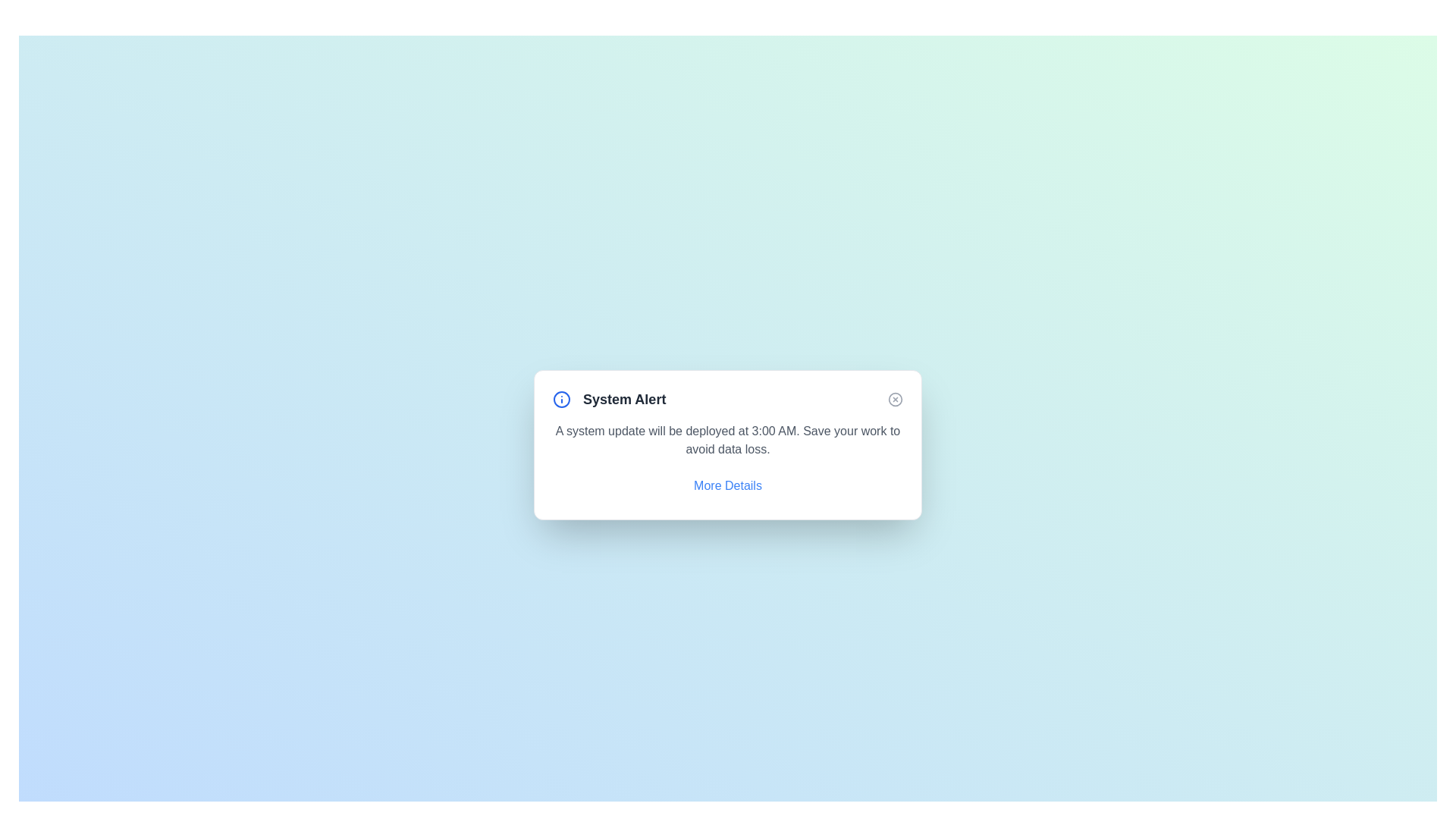 The image size is (1456, 819). Describe the element at coordinates (895, 399) in the screenshot. I see `the close button located at the top-right corner of the notification card` at that location.